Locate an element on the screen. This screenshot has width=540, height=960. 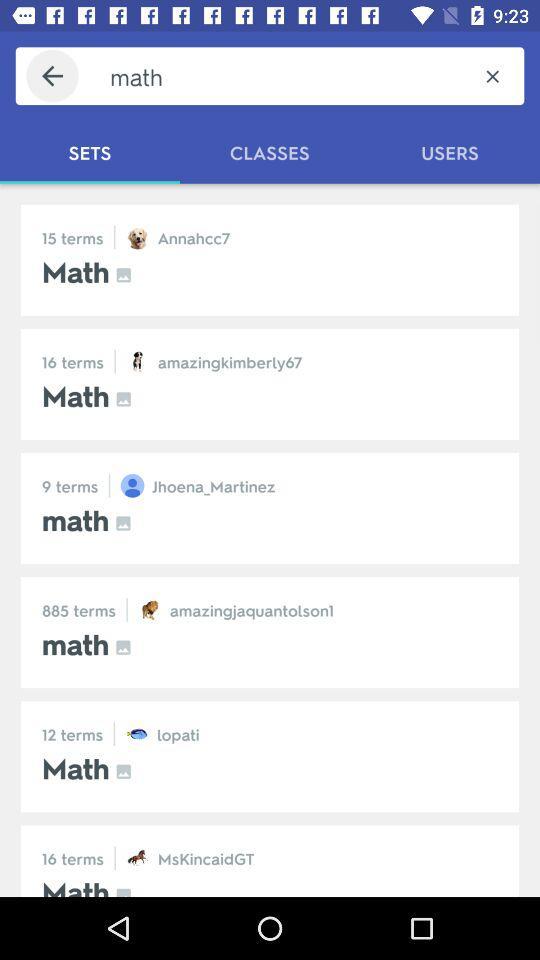
the item to the right of the math is located at coordinates (491, 76).